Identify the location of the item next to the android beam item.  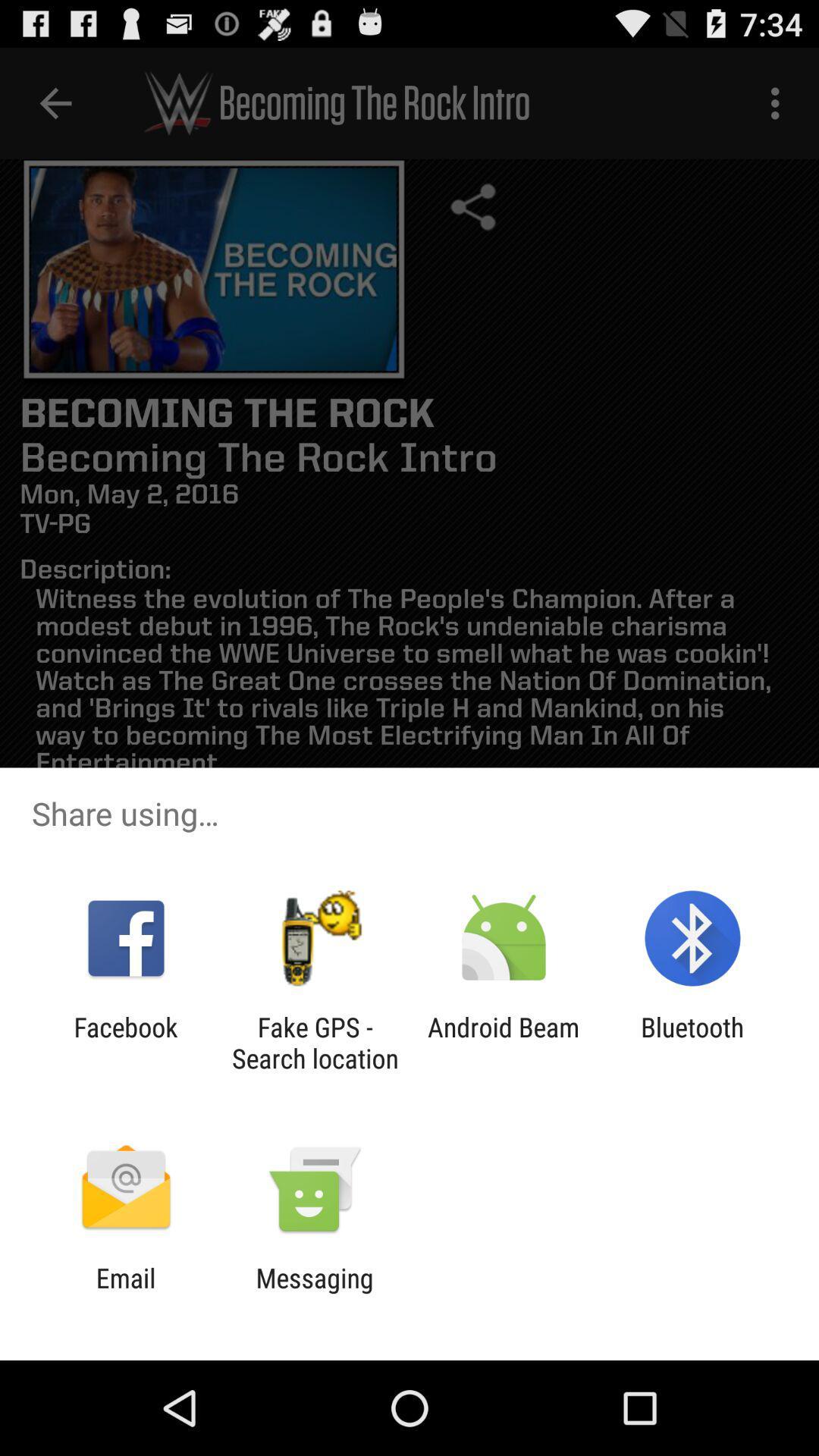
(692, 1042).